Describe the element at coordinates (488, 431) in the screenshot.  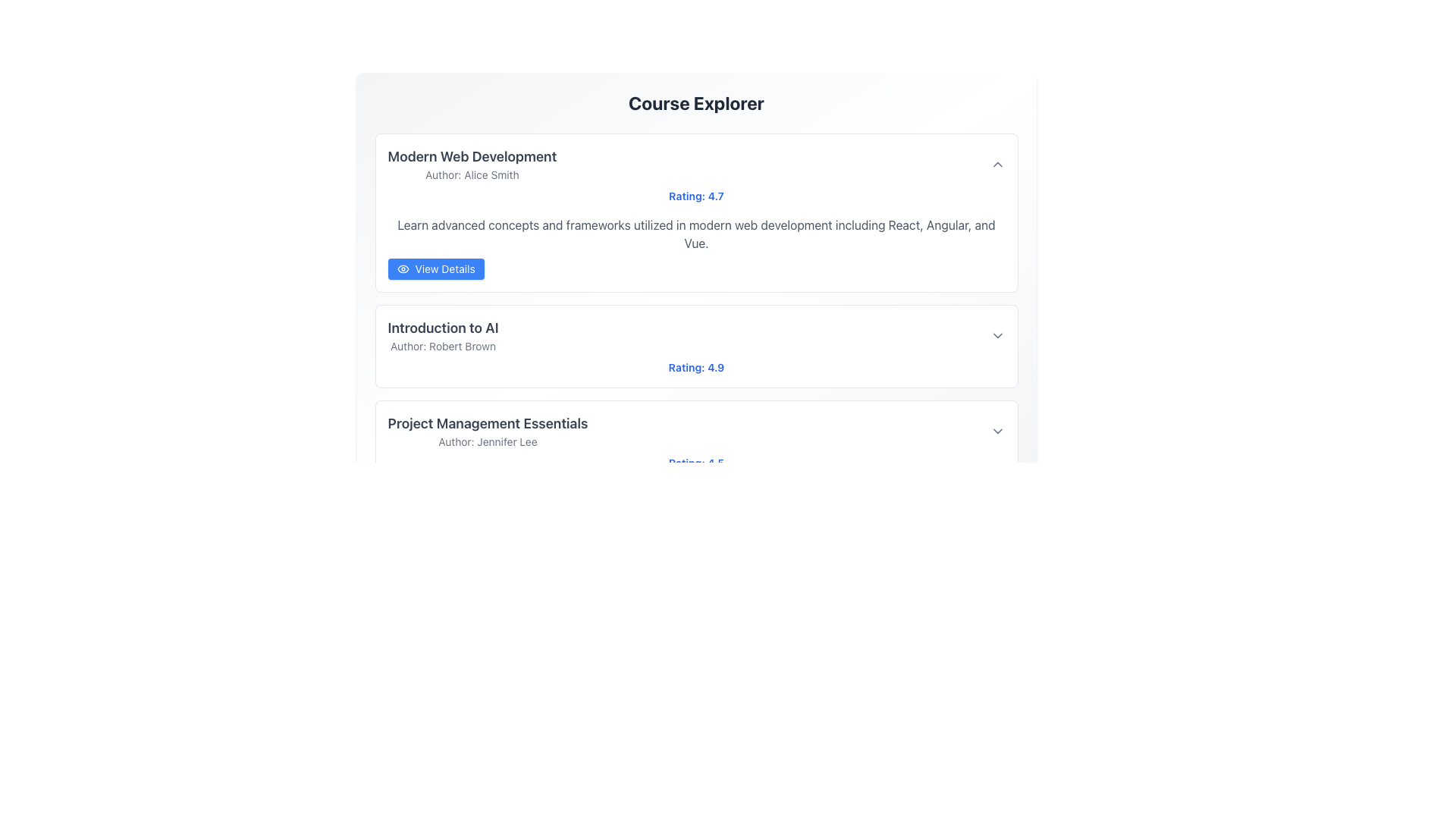
I see `title and author information displayed in the textual information display element located in the lower section of the vertical list, which is the third item in the layout, situated between 'Introduction to AI' and its rating information` at that location.